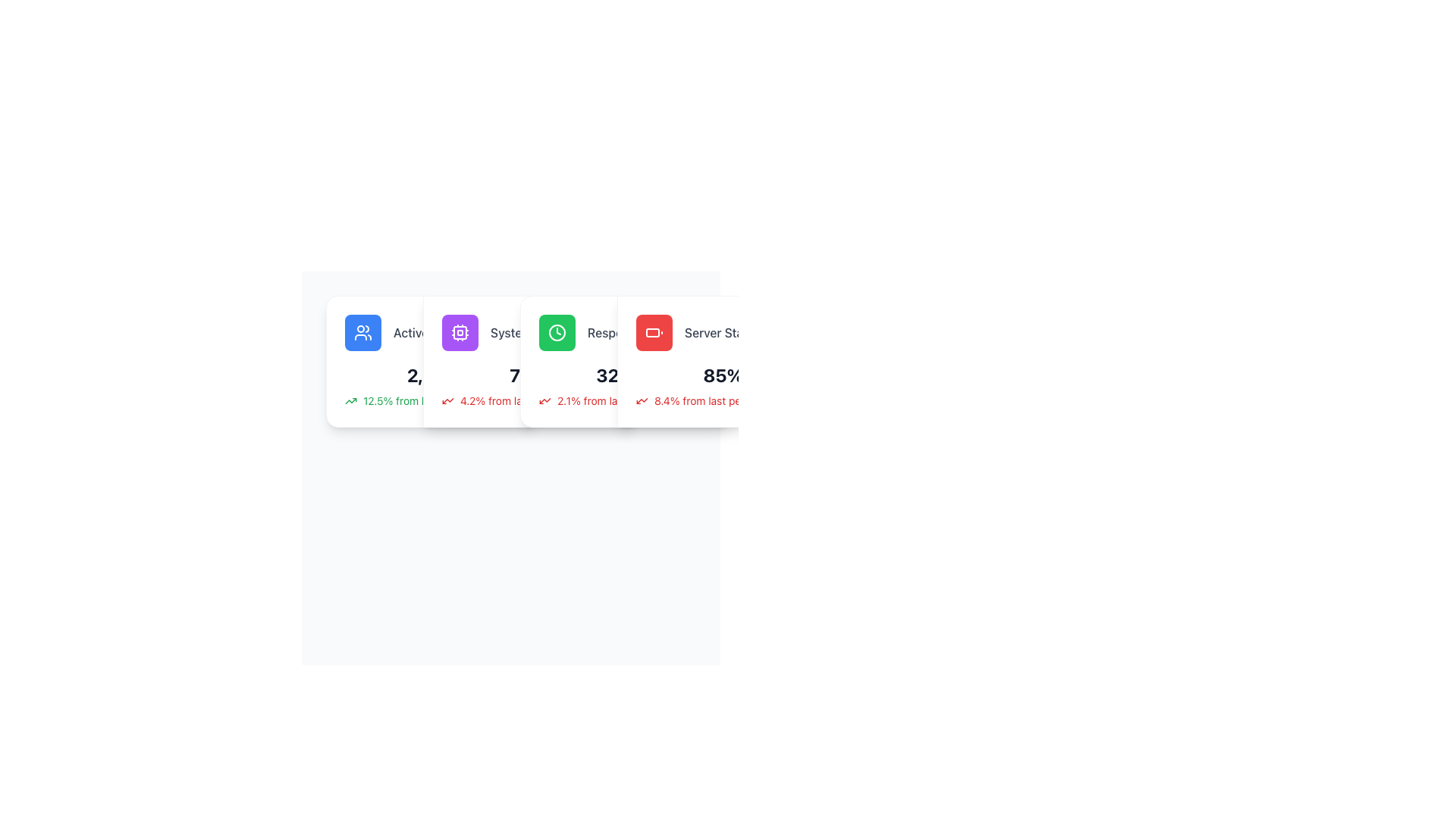  What do you see at coordinates (722, 332) in the screenshot?
I see `the label that indicates the server status, located to the right of a red battery icon` at bounding box center [722, 332].